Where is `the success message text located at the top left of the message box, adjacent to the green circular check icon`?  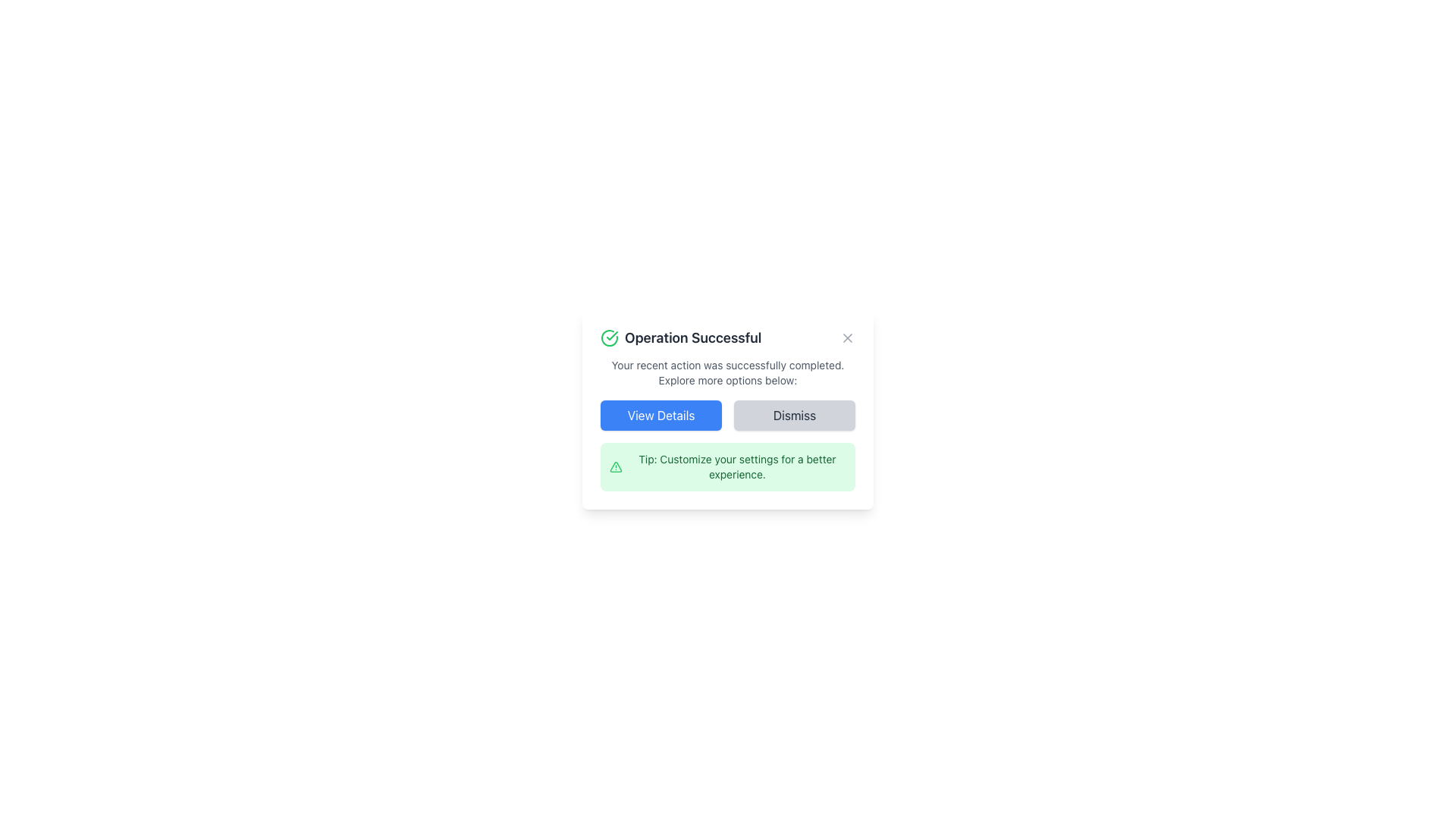
the success message text located at the top left of the message box, adjacent to the green circular check icon is located at coordinates (680, 337).